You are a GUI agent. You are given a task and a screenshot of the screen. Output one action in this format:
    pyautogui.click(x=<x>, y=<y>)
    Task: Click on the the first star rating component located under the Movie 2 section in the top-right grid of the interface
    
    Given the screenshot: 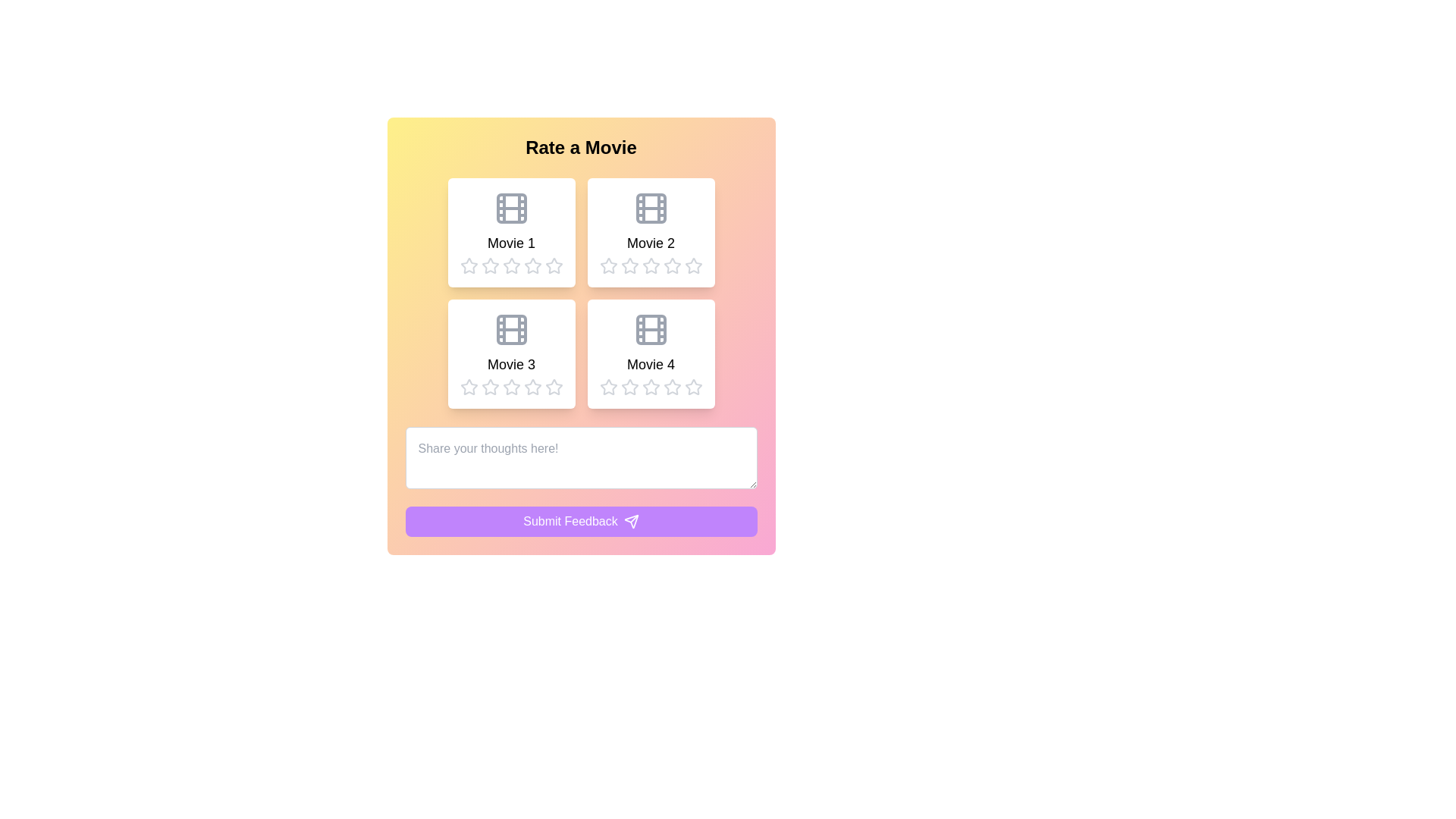 What is the action you would take?
    pyautogui.click(x=608, y=265)
    